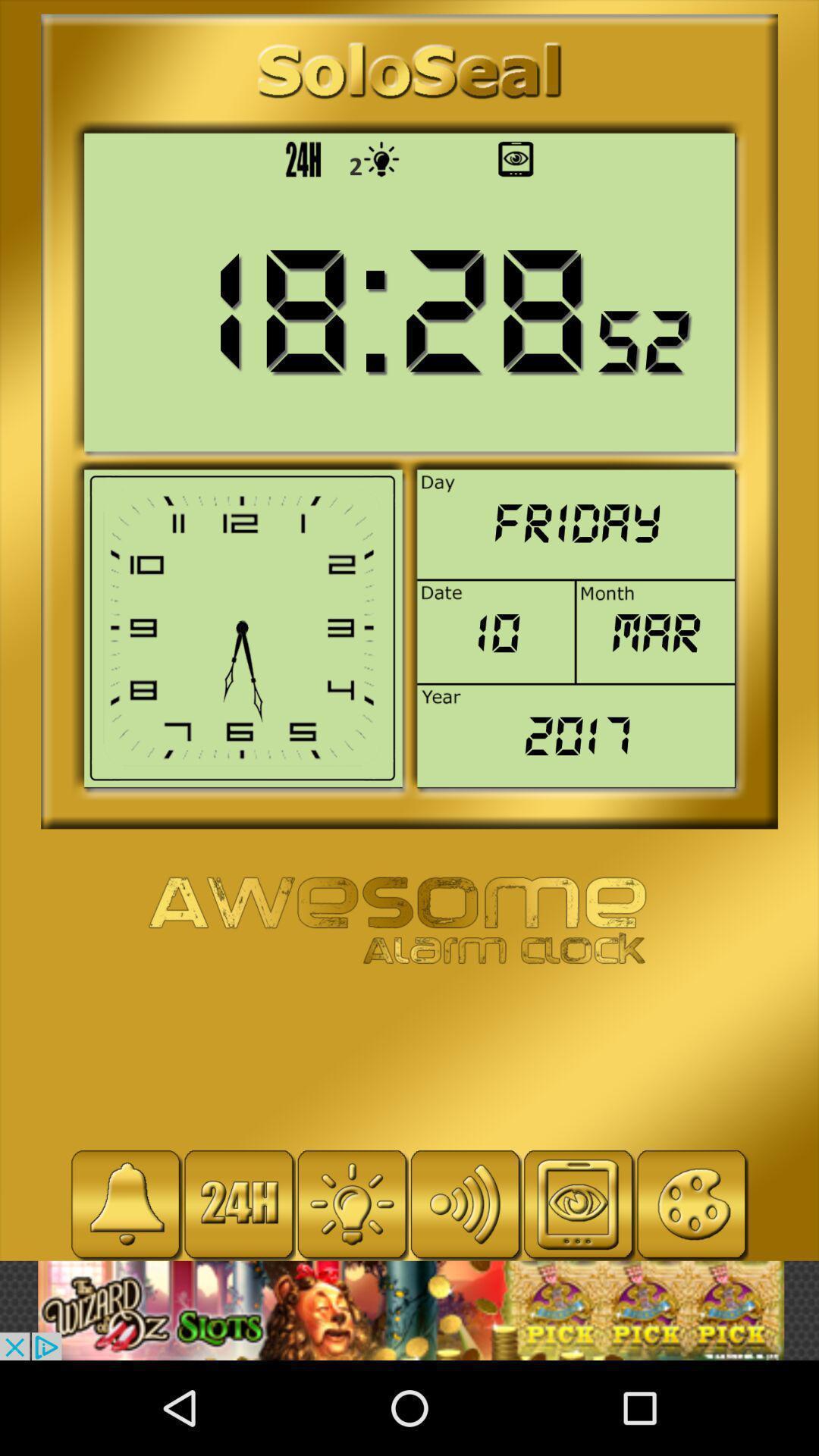 The height and width of the screenshot is (1456, 819). What do you see at coordinates (125, 1203) in the screenshot?
I see `set alarm` at bounding box center [125, 1203].